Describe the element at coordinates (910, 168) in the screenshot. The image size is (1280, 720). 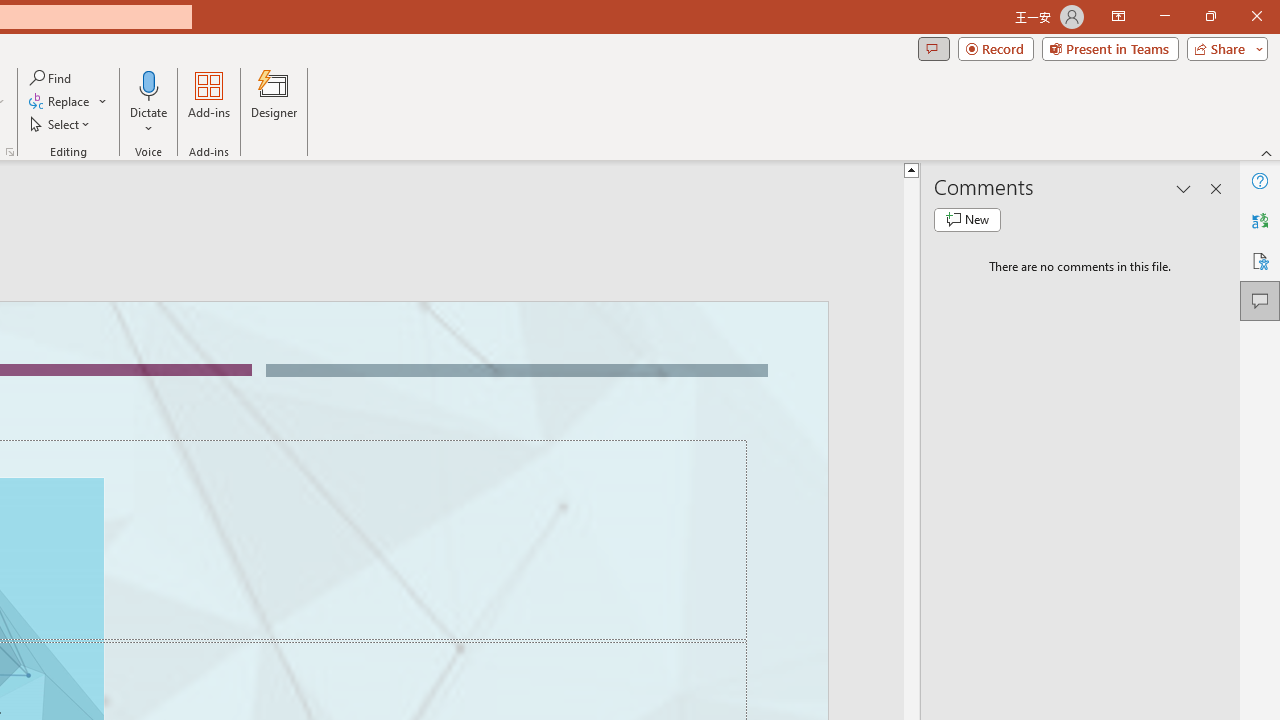
I see `'Line up'` at that location.